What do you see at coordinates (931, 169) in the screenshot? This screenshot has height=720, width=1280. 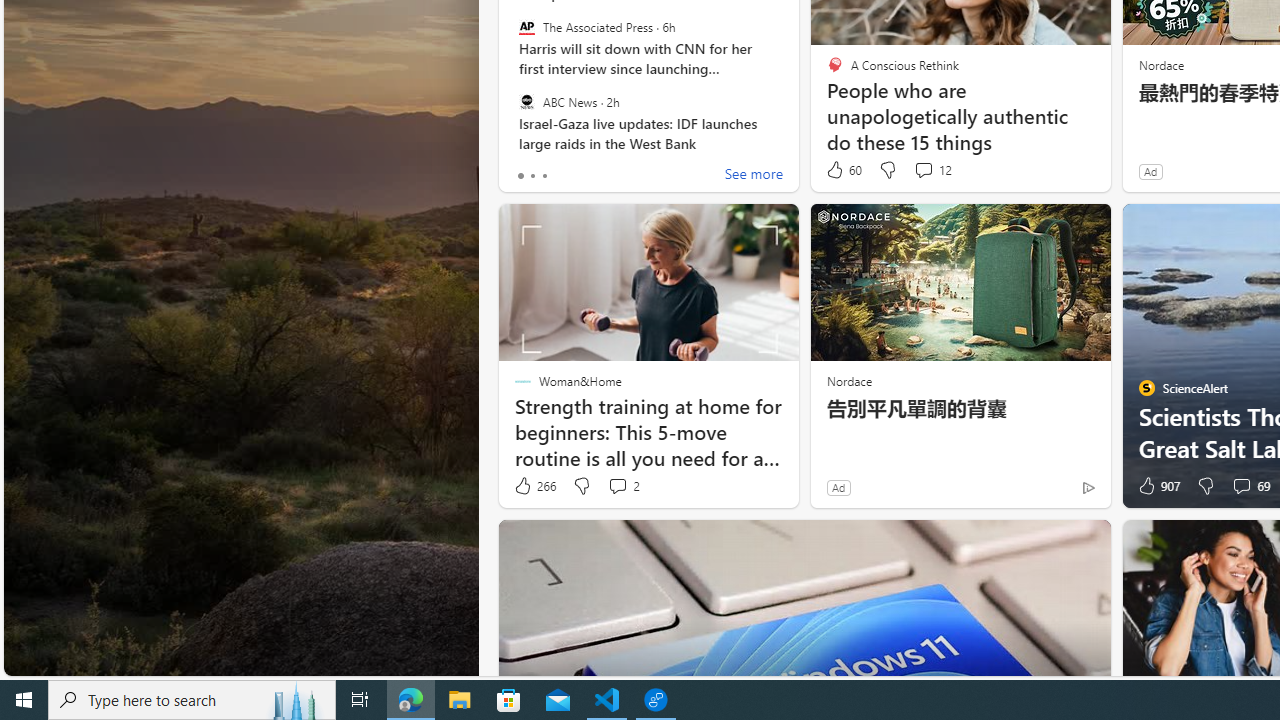 I see `'View comments 12 Comment'` at bounding box center [931, 169].